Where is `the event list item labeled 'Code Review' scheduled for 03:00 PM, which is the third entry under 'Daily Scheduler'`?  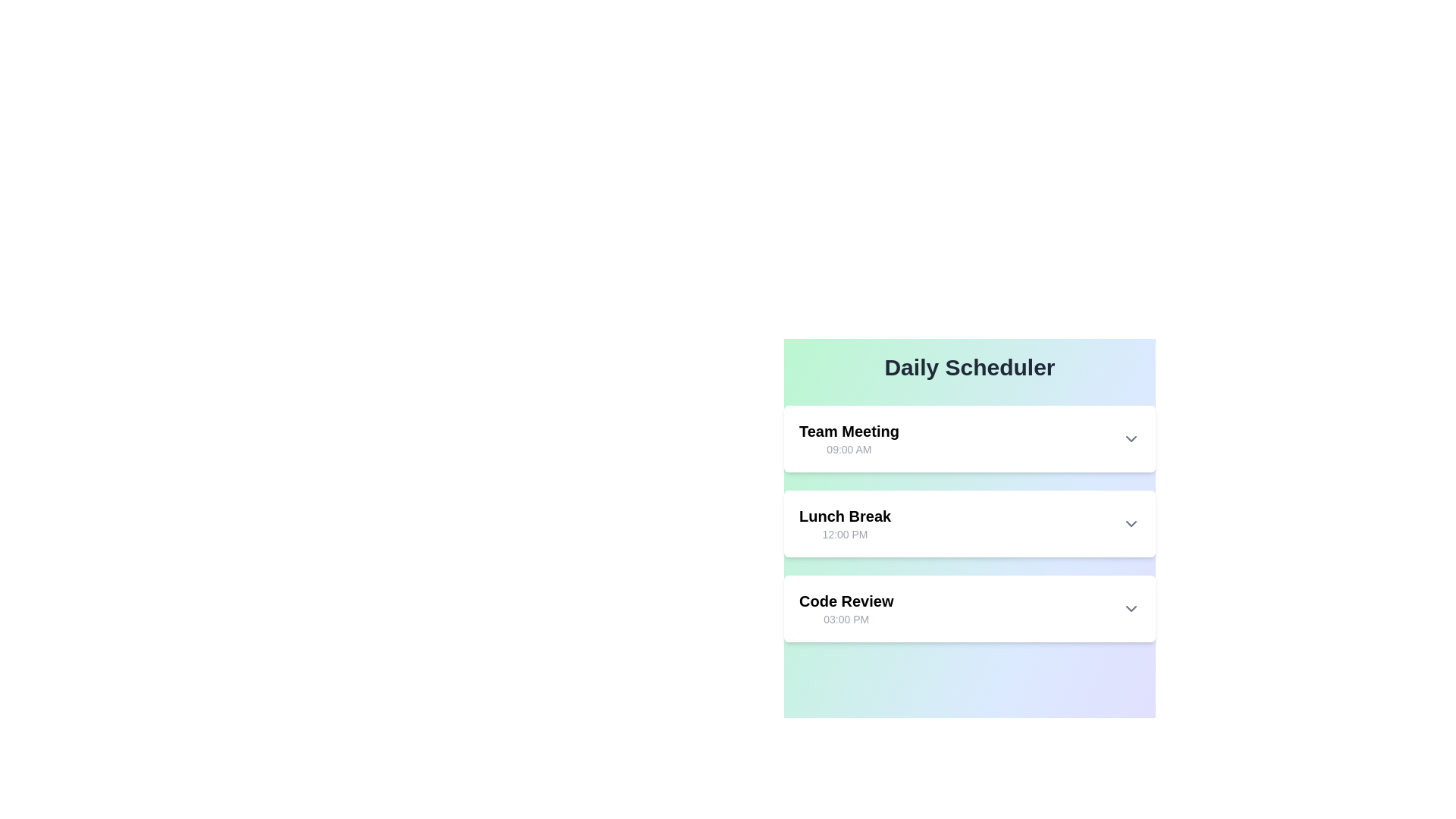
the event list item labeled 'Code Review' scheduled for 03:00 PM, which is the third entry under 'Daily Scheduler' is located at coordinates (846, 607).